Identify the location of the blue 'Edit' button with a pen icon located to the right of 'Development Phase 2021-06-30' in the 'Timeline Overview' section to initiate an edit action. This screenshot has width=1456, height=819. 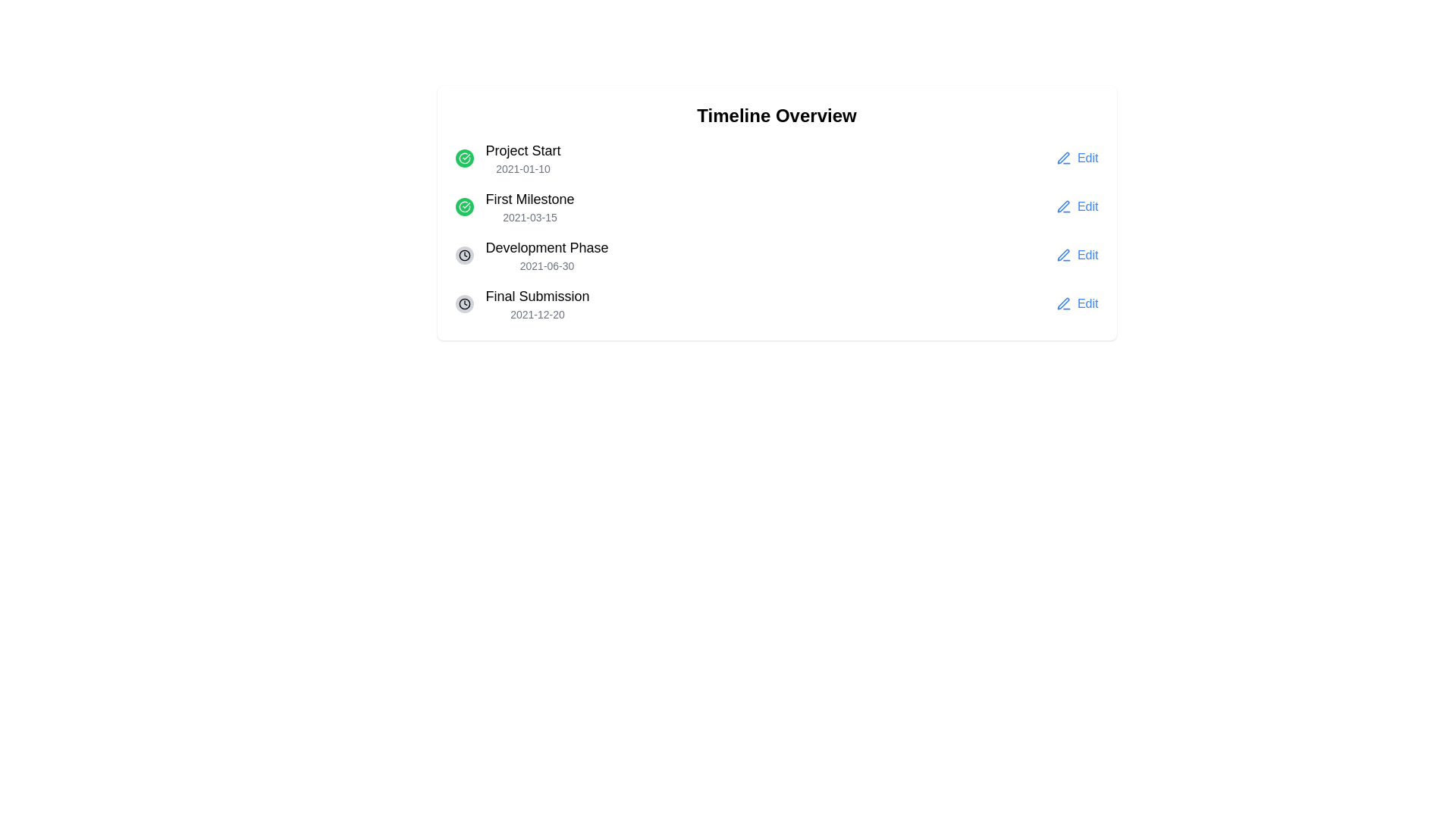
(1076, 254).